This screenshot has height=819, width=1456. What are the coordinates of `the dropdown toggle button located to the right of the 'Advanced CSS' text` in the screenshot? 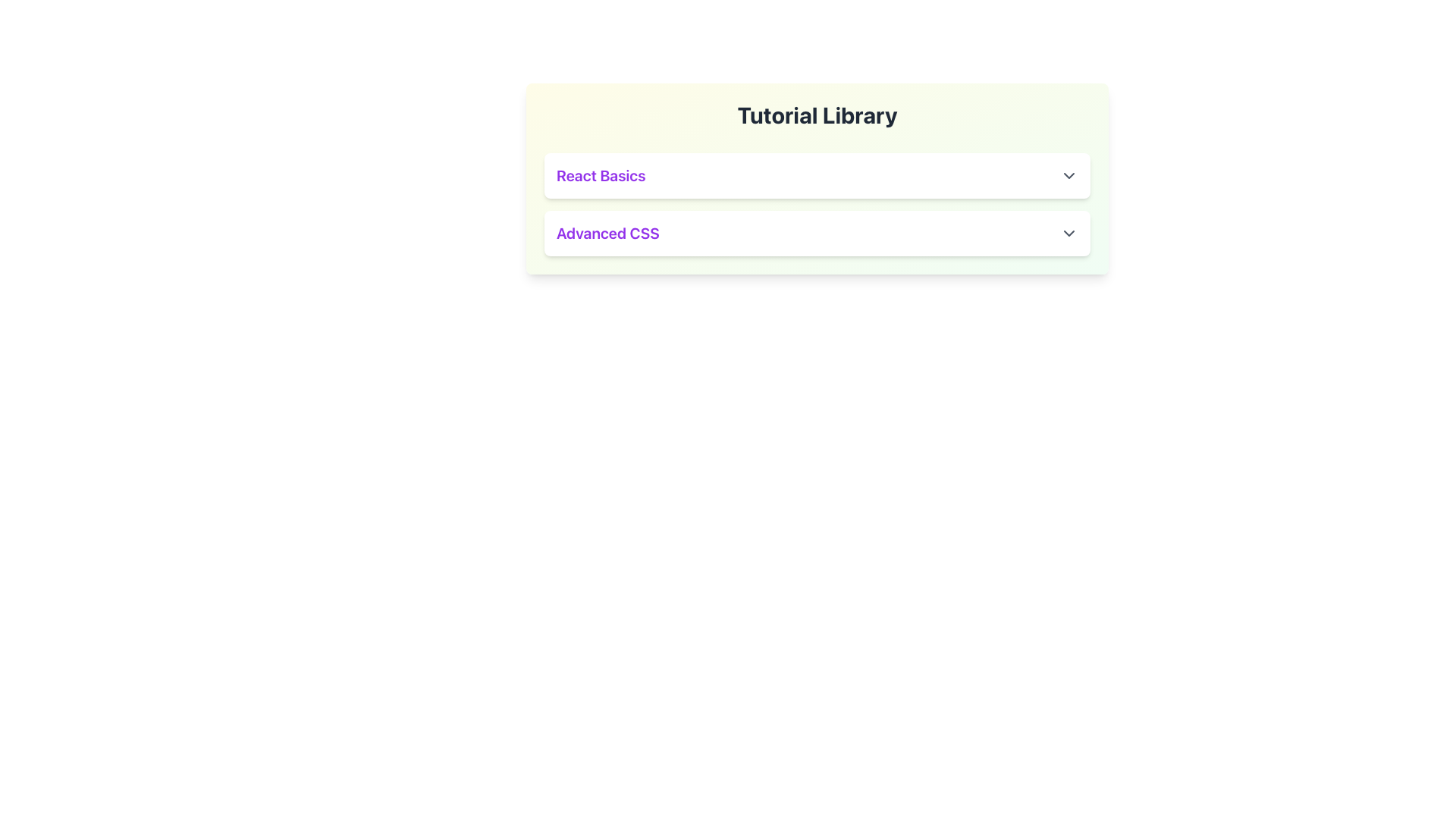 It's located at (1068, 234).